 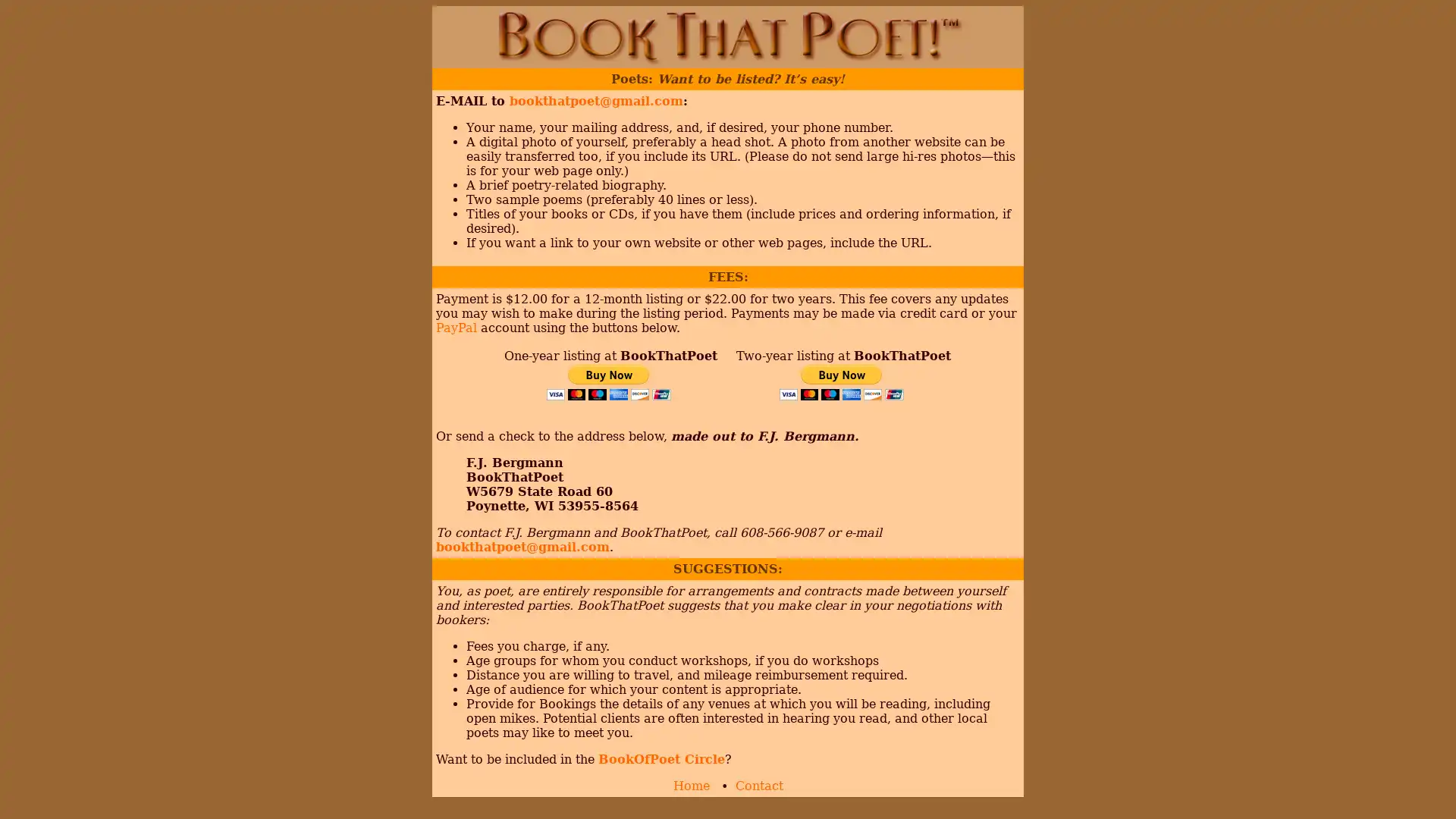 I want to click on PayPal - The safer, easier way to pay online!, so click(x=840, y=381).